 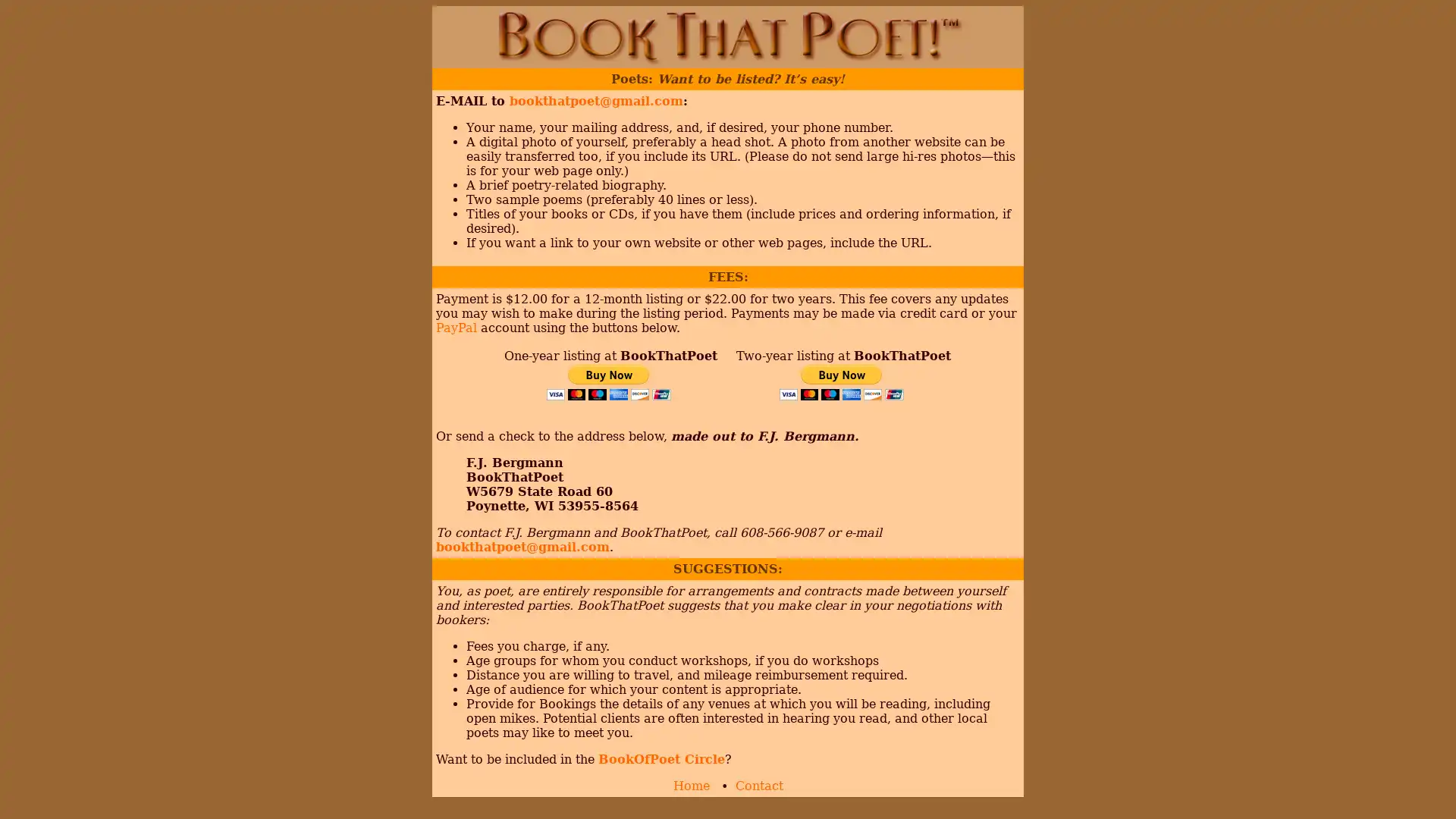 I want to click on PayPal - The safer, easier way to pay online!, so click(x=840, y=381).